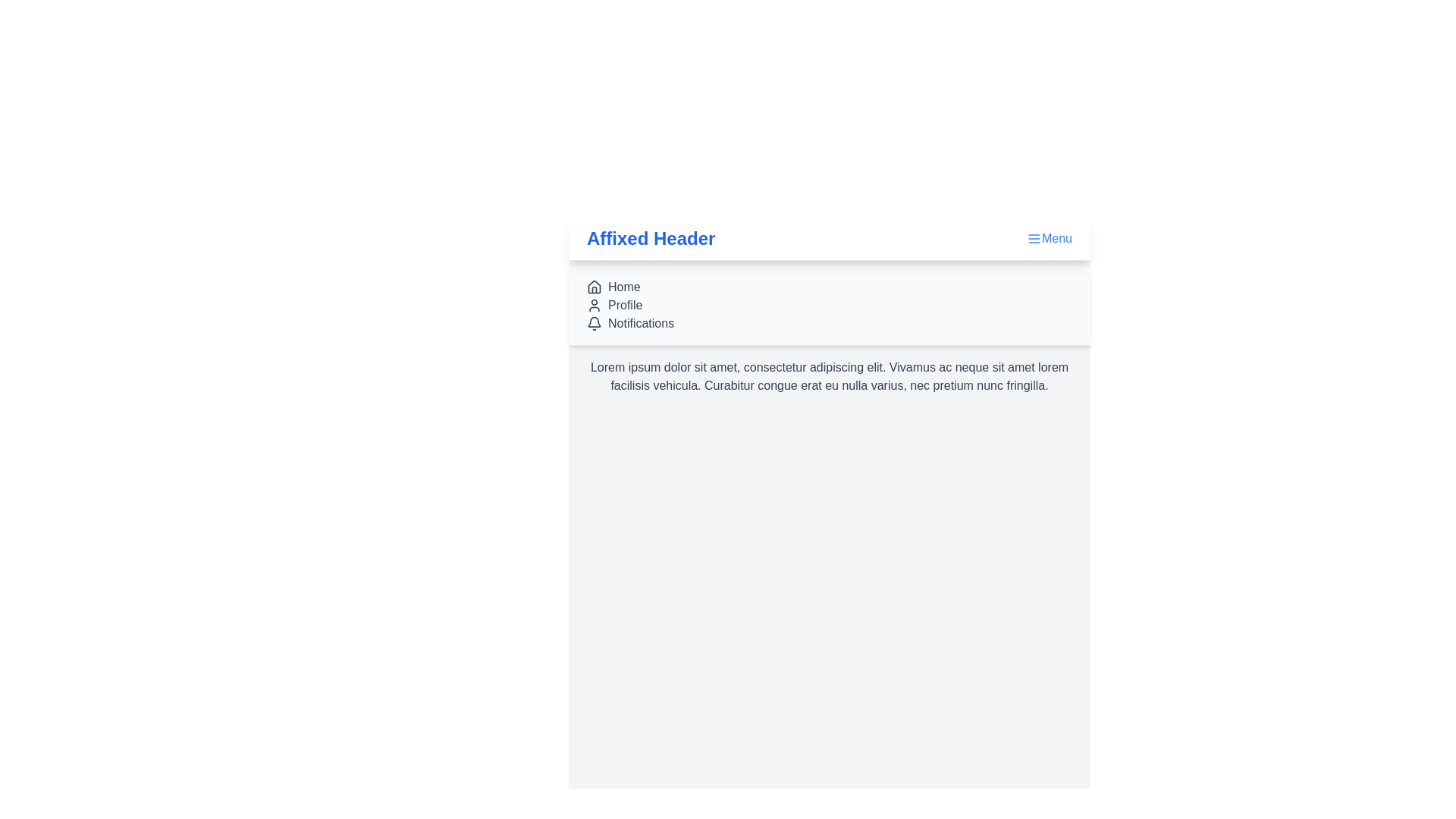 The height and width of the screenshot is (819, 1456). What do you see at coordinates (593, 305) in the screenshot?
I see `the user icon with a dark blue outline representing user profiles, located in the horizontal menu bar next to the 'Profile' text` at bounding box center [593, 305].